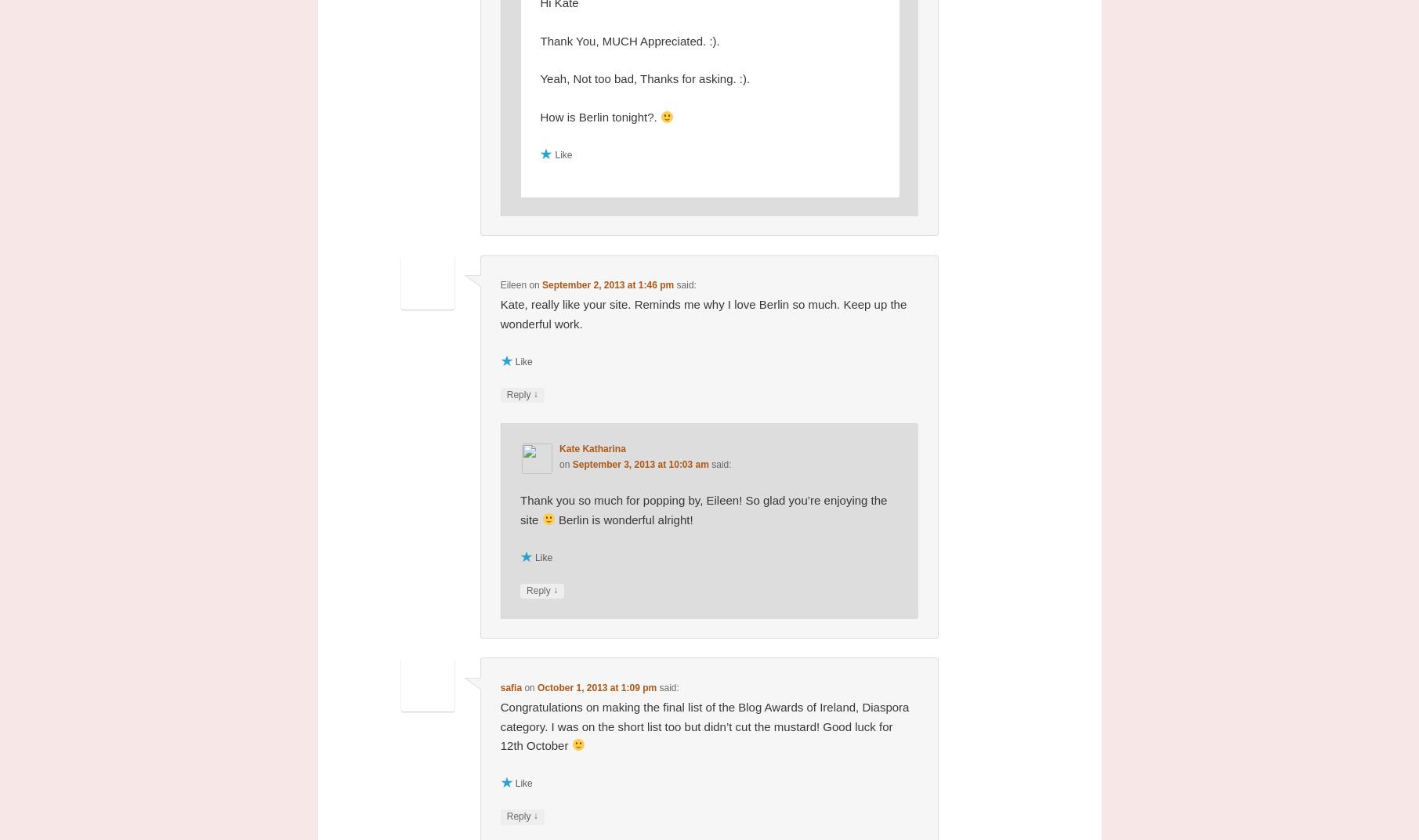 This screenshot has width=1419, height=840. What do you see at coordinates (559, 447) in the screenshot?
I see `'Kate Katharina'` at bounding box center [559, 447].